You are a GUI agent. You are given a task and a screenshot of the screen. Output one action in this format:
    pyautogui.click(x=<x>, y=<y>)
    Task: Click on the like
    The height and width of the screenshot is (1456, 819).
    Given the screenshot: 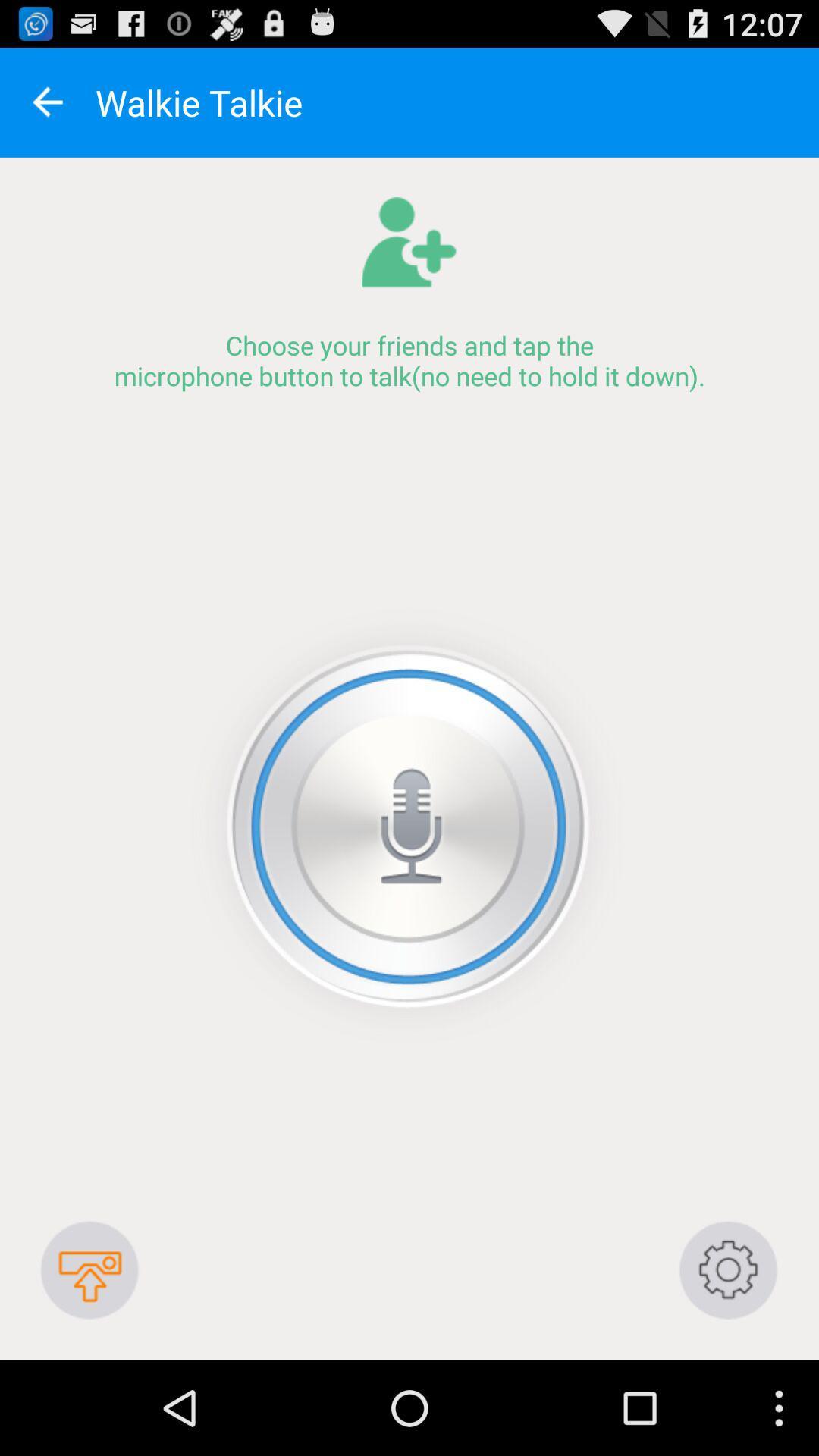 What is the action you would take?
    pyautogui.click(x=408, y=826)
    